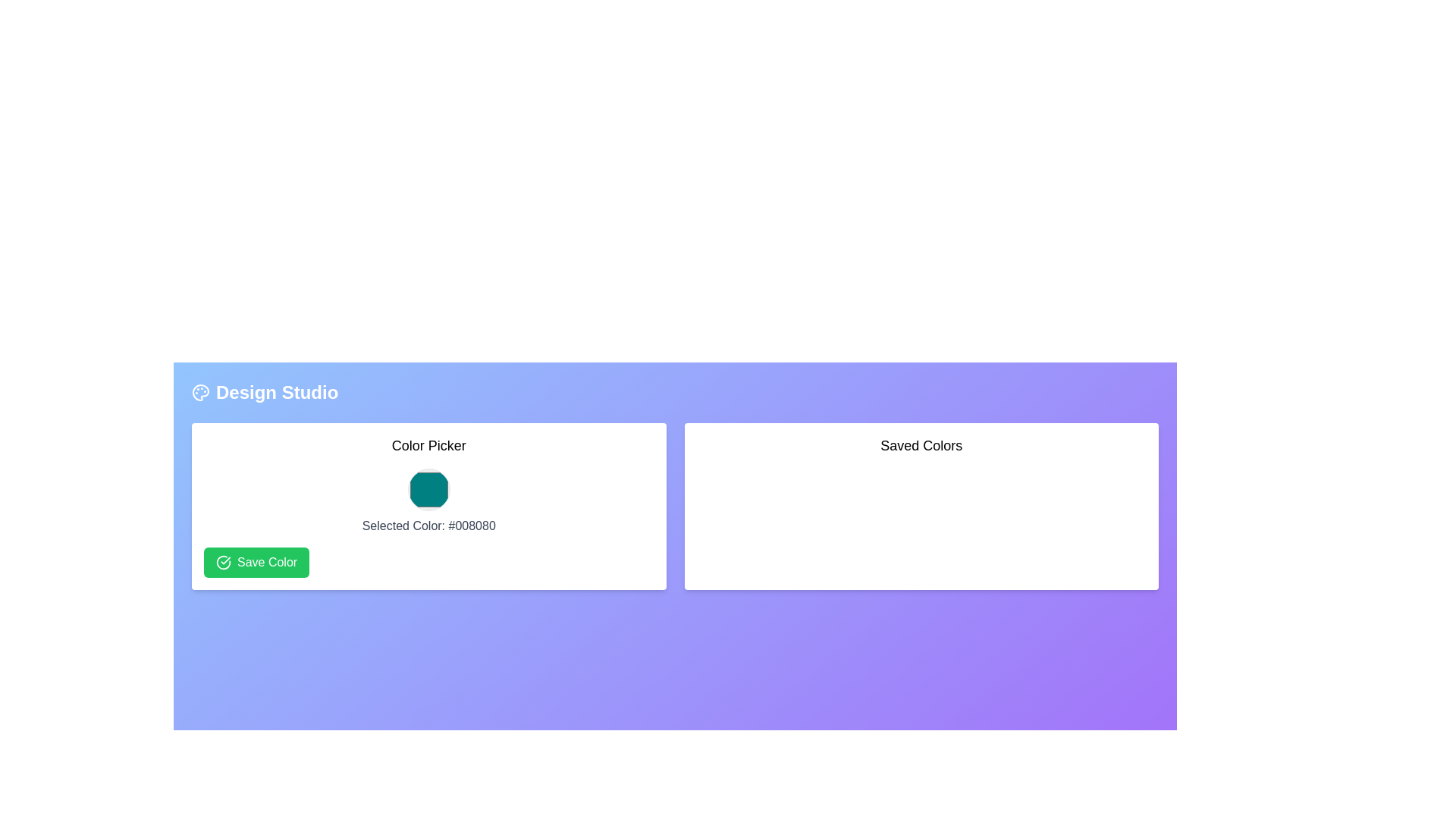 This screenshot has width=1456, height=819. Describe the element at coordinates (199, 391) in the screenshot. I see `the palette icon located at the leftmost side of the title bar, which precedes the text 'Design Studio'` at that location.